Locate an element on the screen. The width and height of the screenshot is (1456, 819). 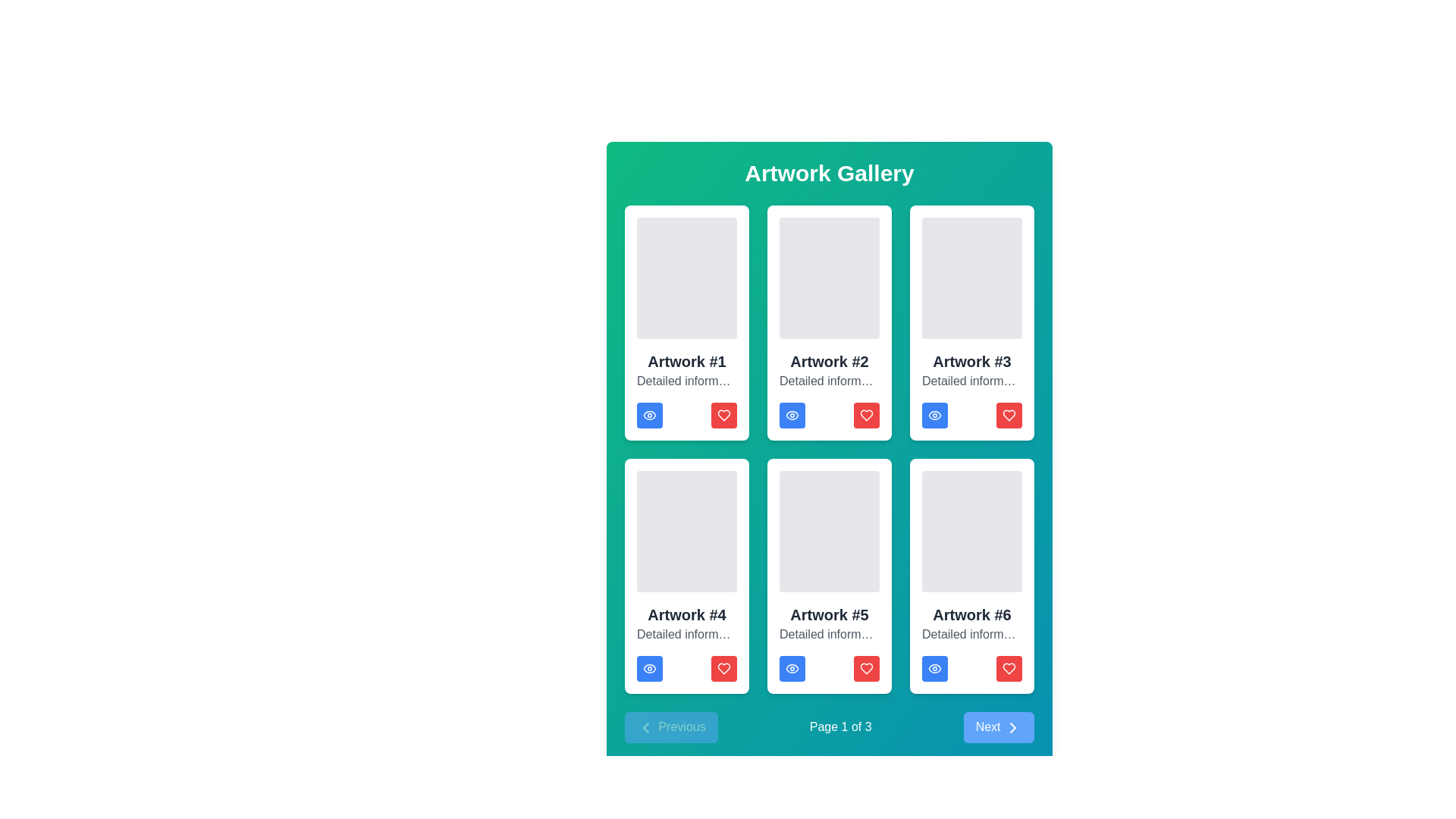
the small red button with rounded corners and a heart-shaped icon located in the third artwork card of the first row is located at coordinates (1009, 415).